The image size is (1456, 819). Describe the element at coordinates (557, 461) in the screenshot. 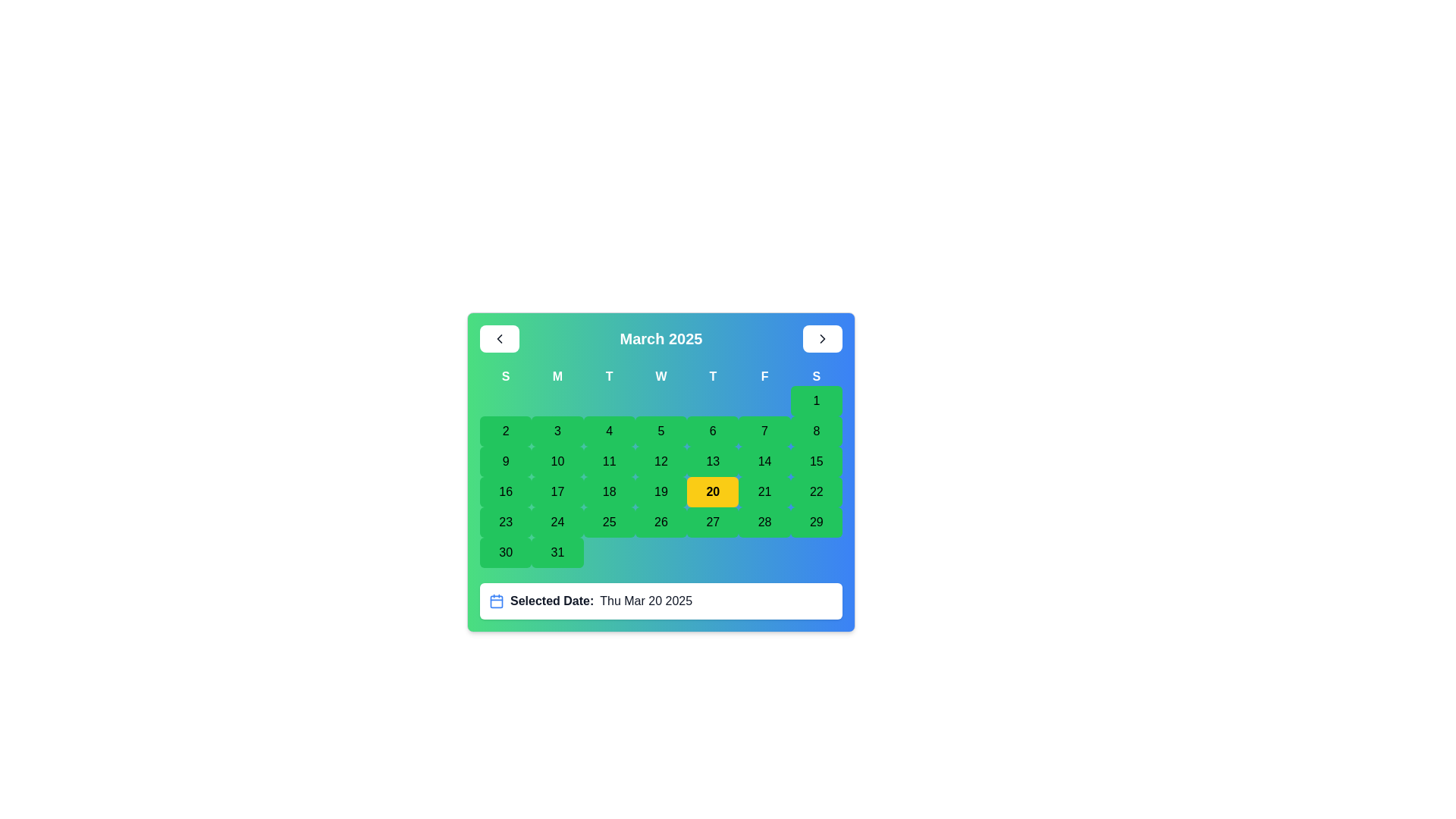

I see `the green button labeled '10'` at that location.